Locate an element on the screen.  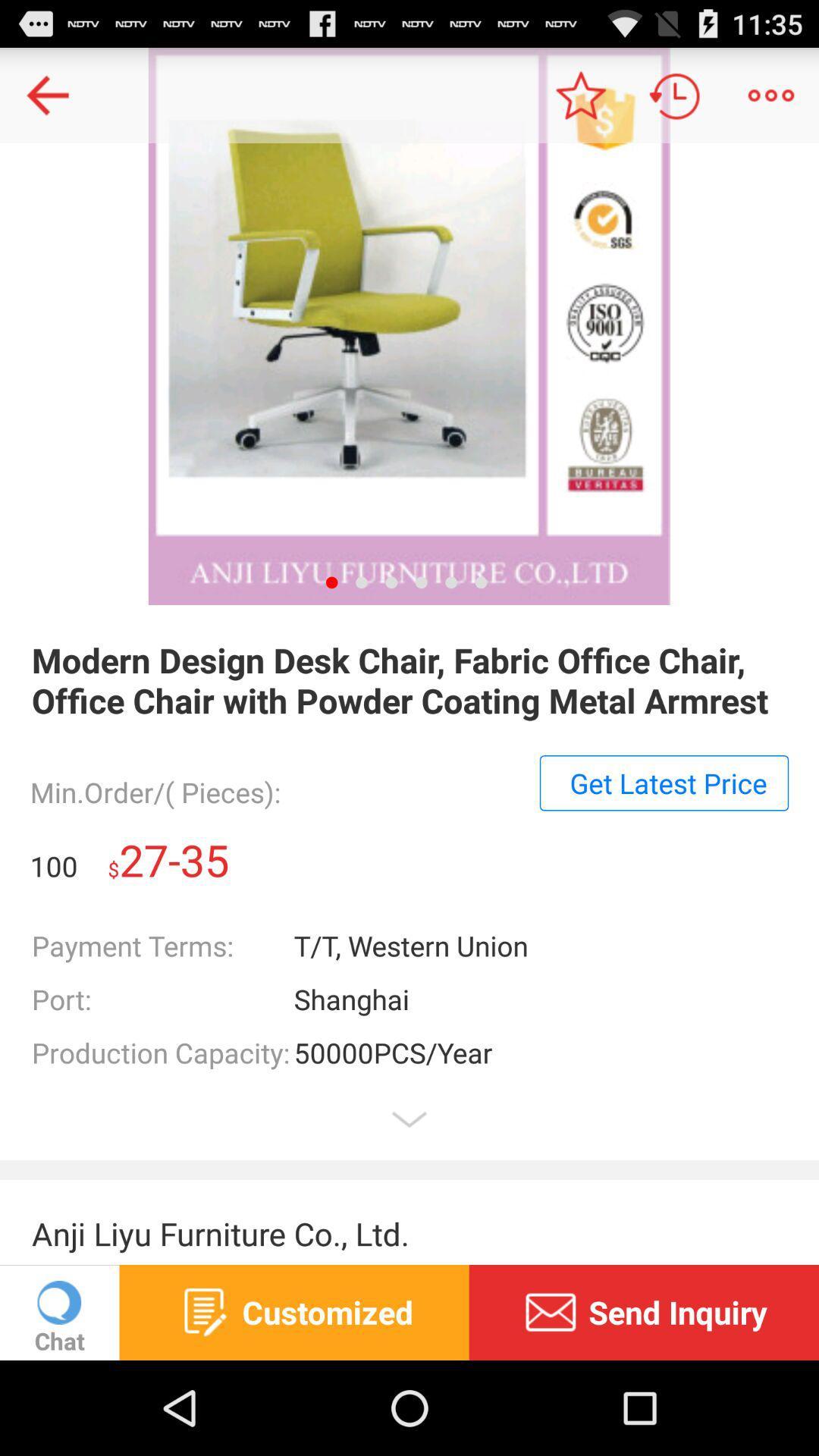
the star icon is located at coordinates (579, 101).